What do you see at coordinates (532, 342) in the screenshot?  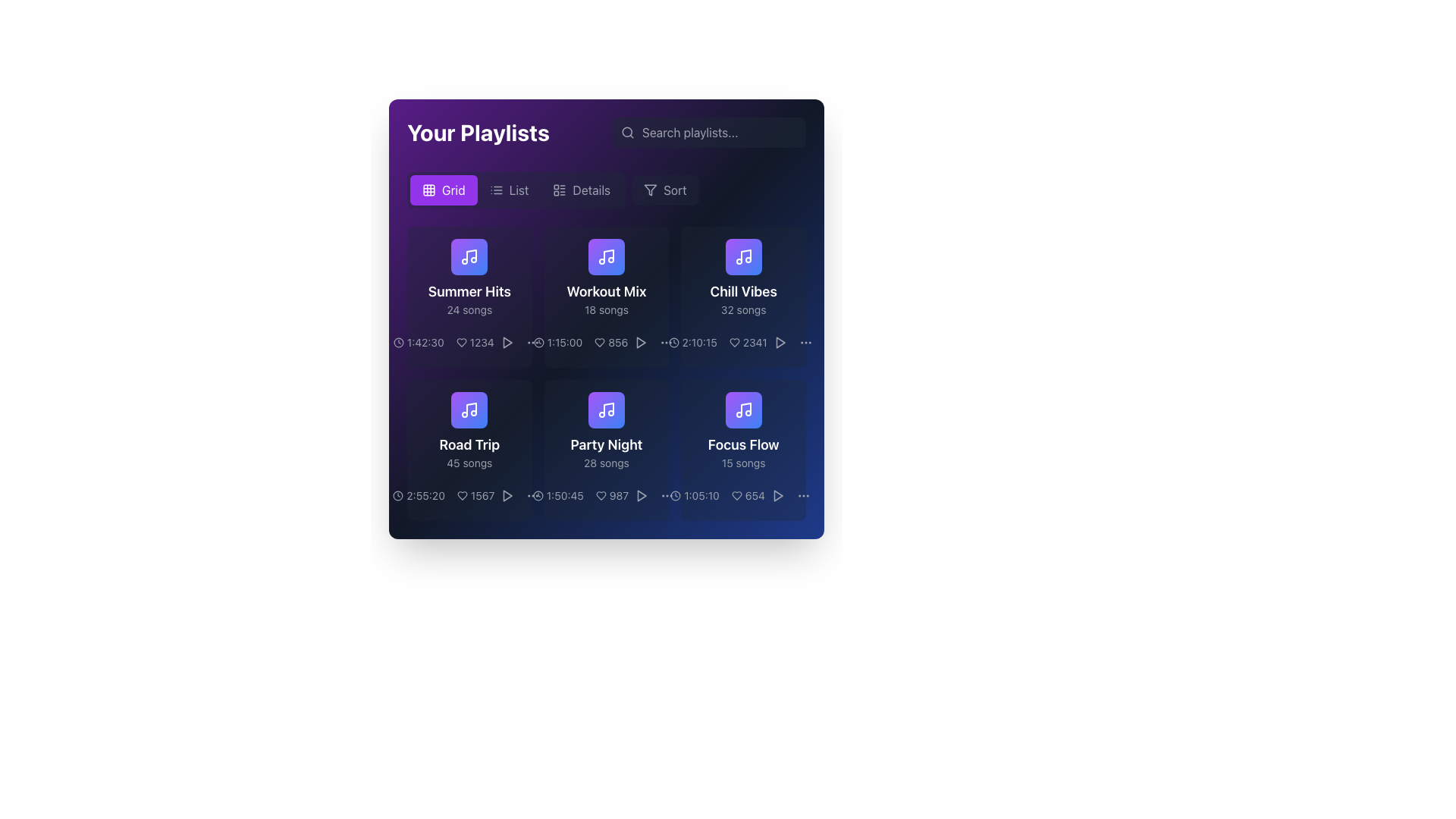 I see `the options button icon located at the bottom-right corner of the 'Summer Hits' playlist card to trigger a tooltip or highlight` at bounding box center [532, 342].